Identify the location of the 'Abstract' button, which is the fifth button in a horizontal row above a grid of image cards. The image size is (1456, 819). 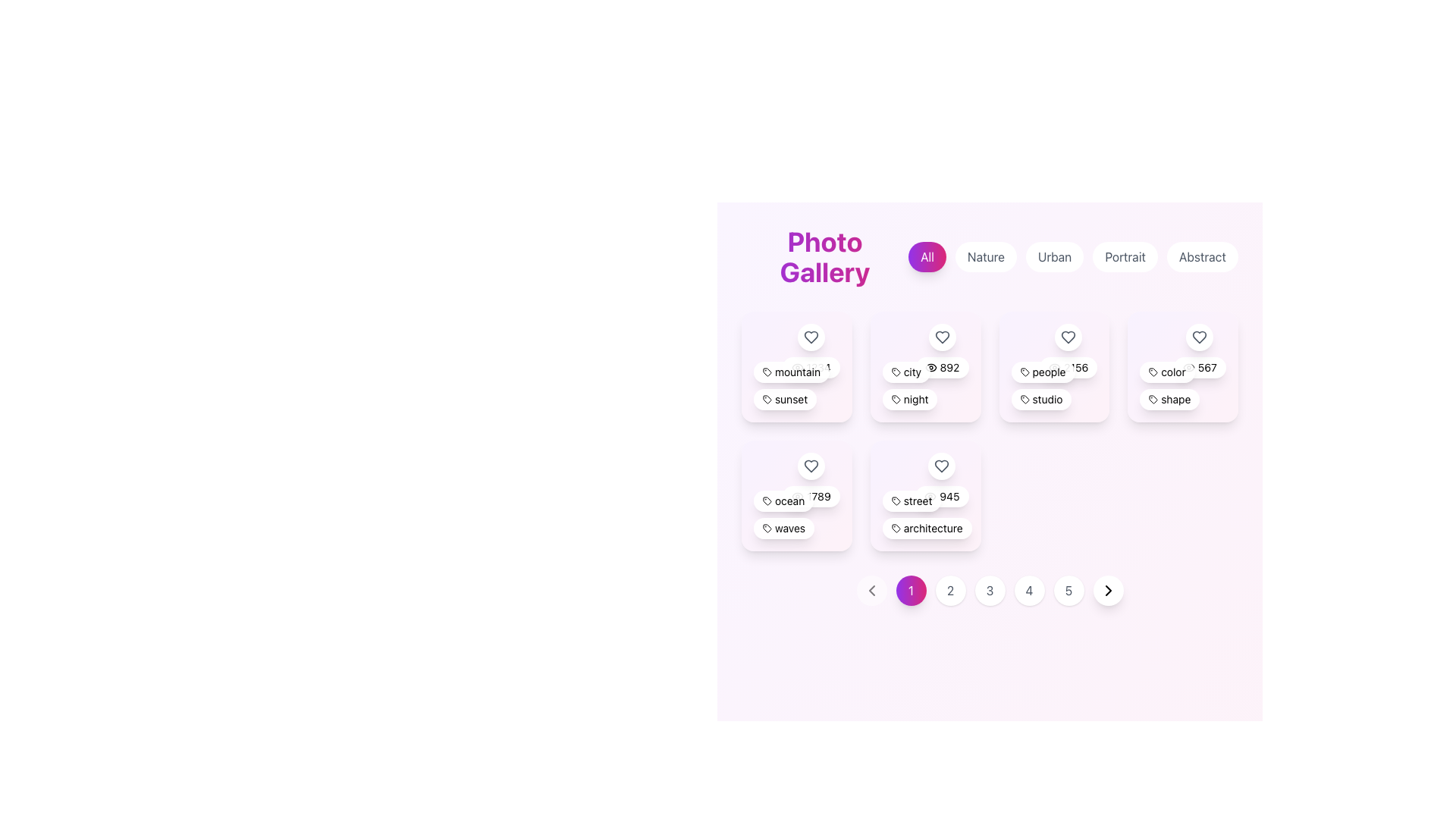
(1201, 256).